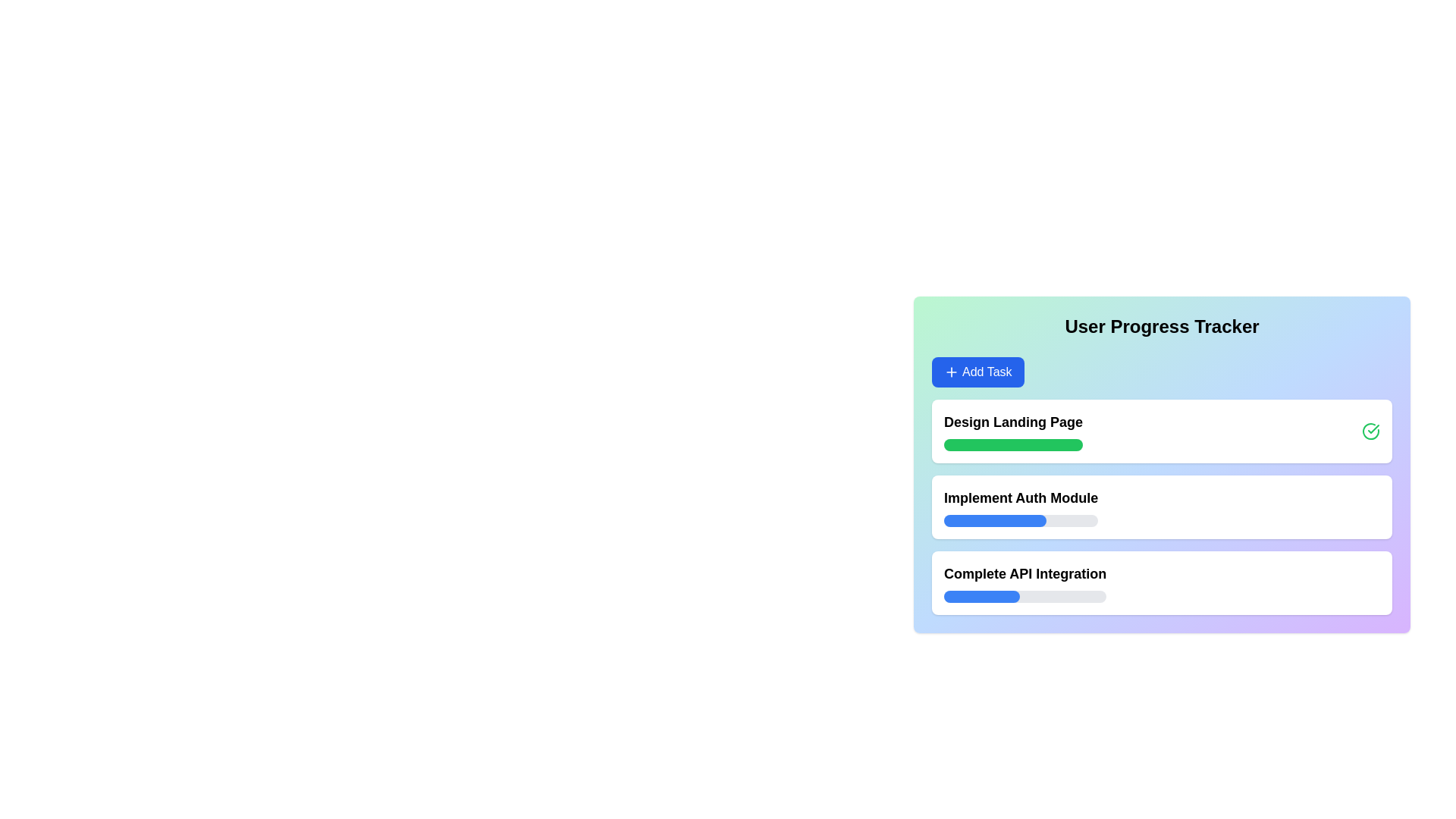 Image resolution: width=1456 pixels, height=819 pixels. I want to click on the progress bar completion, so click(969, 595).